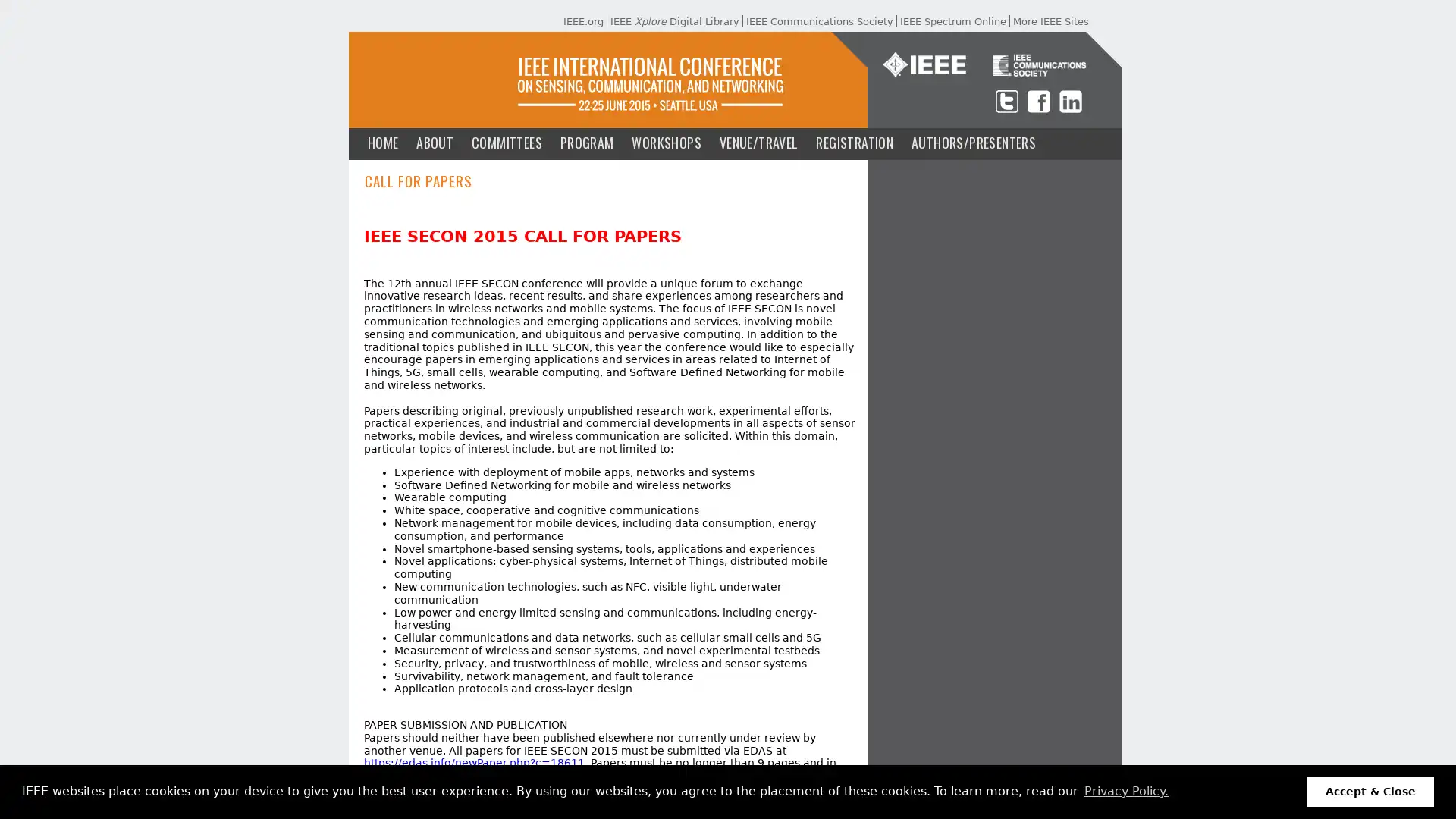 The width and height of the screenshot is (1456, 819). Describe the element at coordinates (1125, 791) in the screenshot. I see `learn more about cookies` at that location.